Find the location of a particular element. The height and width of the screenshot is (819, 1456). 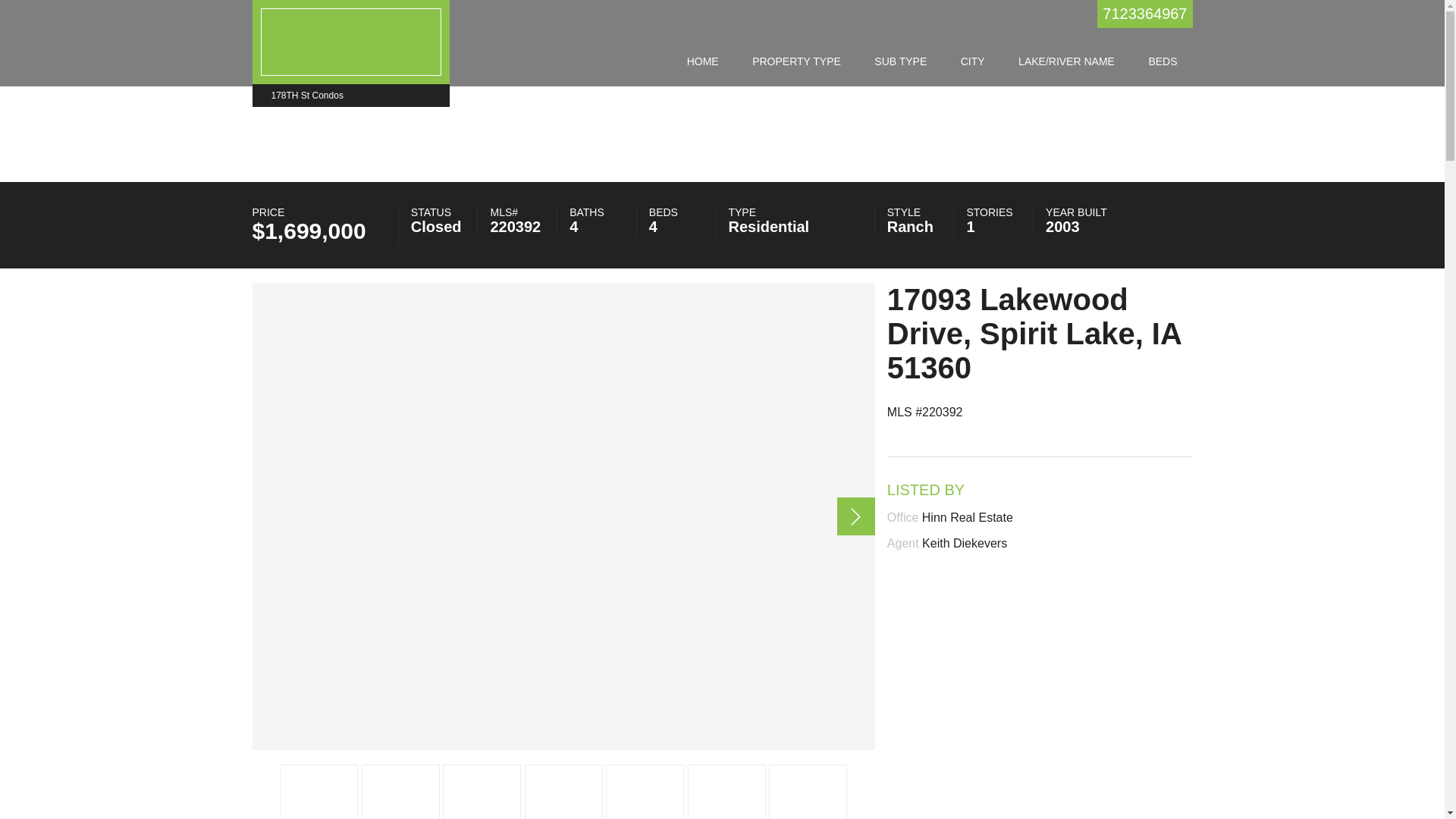

'Next item in carousel (2 of 73)' is located at coordinates (855, 516).